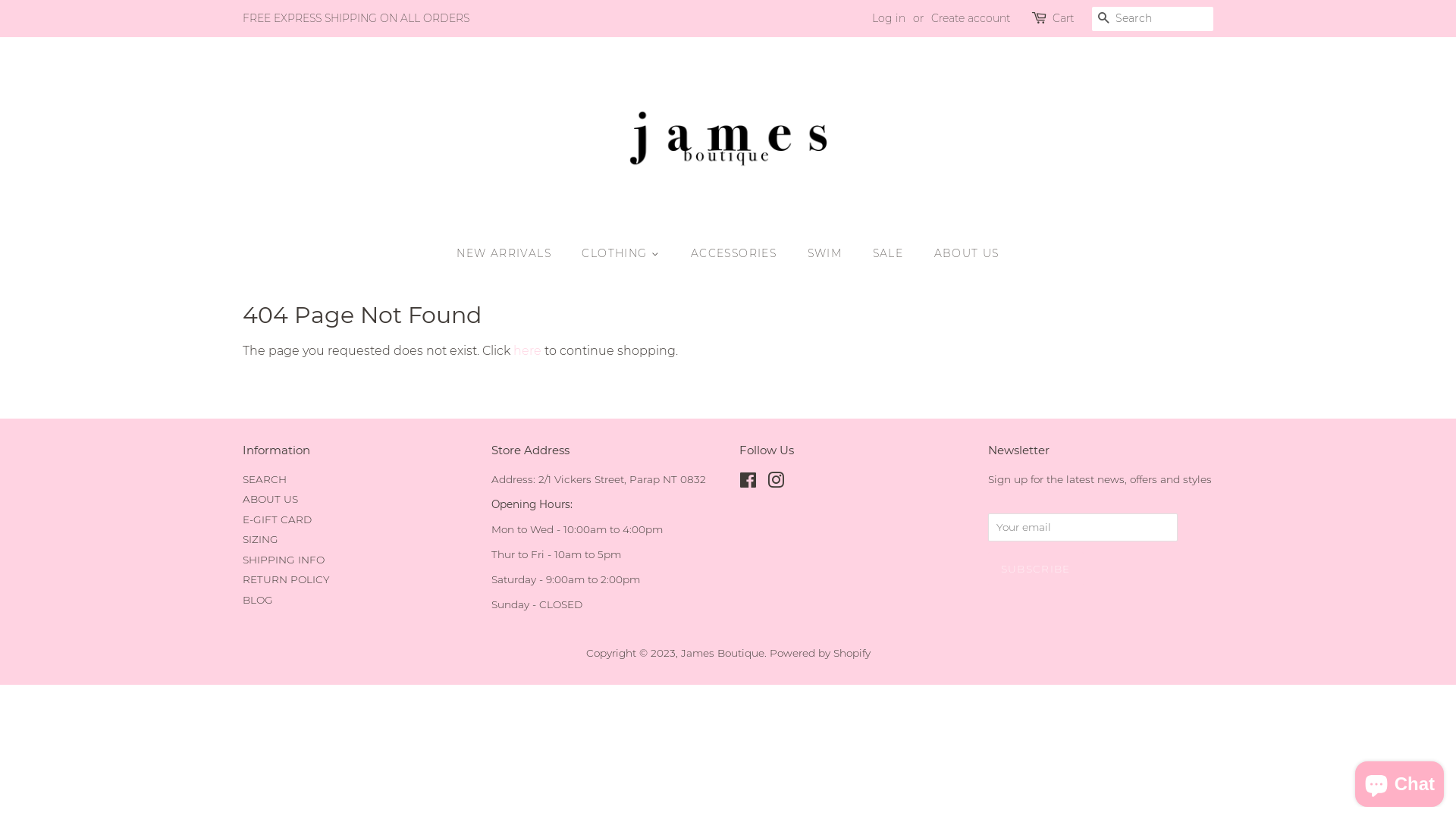 The height and width of the screenshot is (819, 1456). I want to click on 'SHIPPING INFO', so click(284, 559).